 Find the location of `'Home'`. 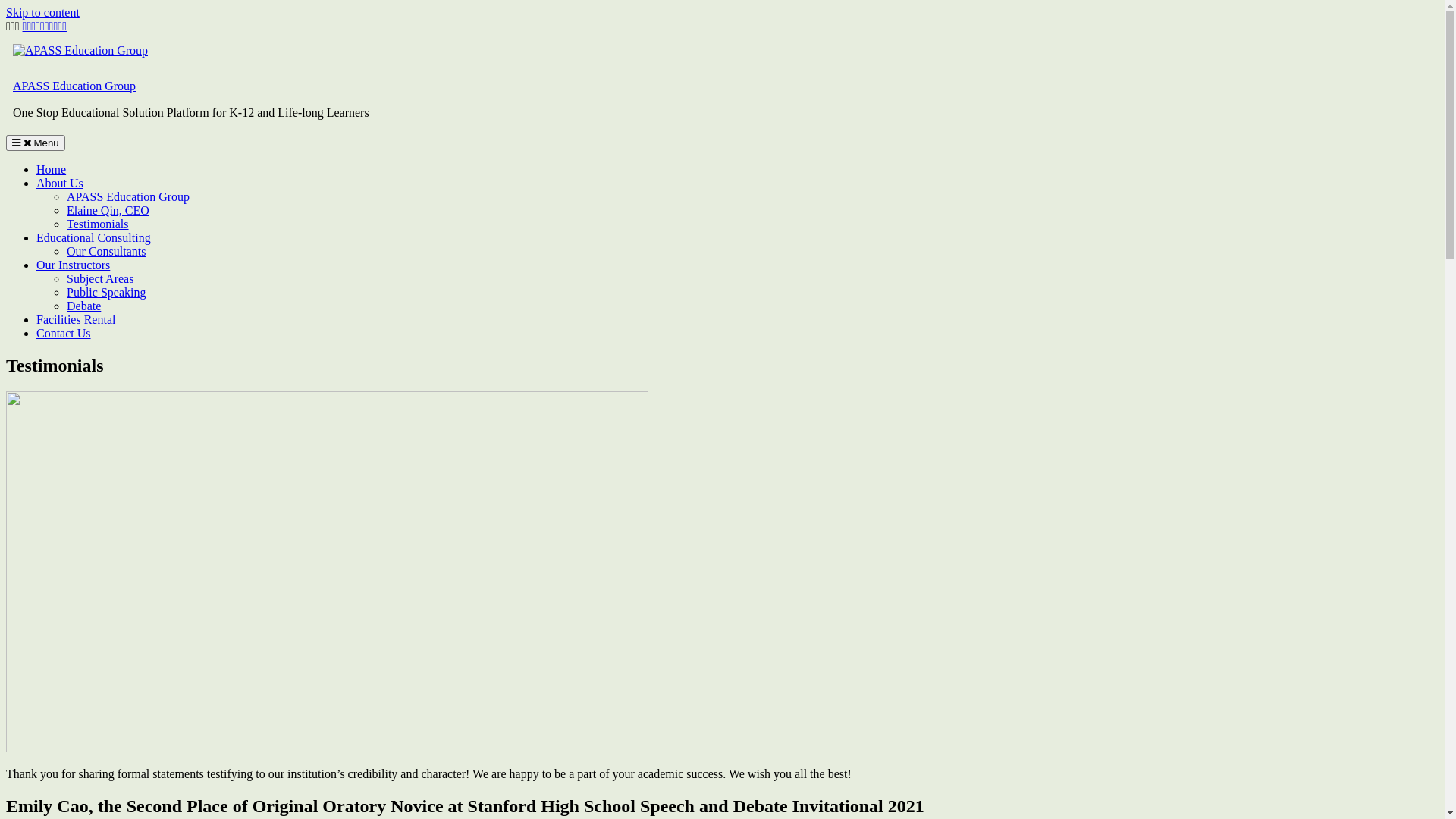

'Home' is located at coordinates (51, 169).